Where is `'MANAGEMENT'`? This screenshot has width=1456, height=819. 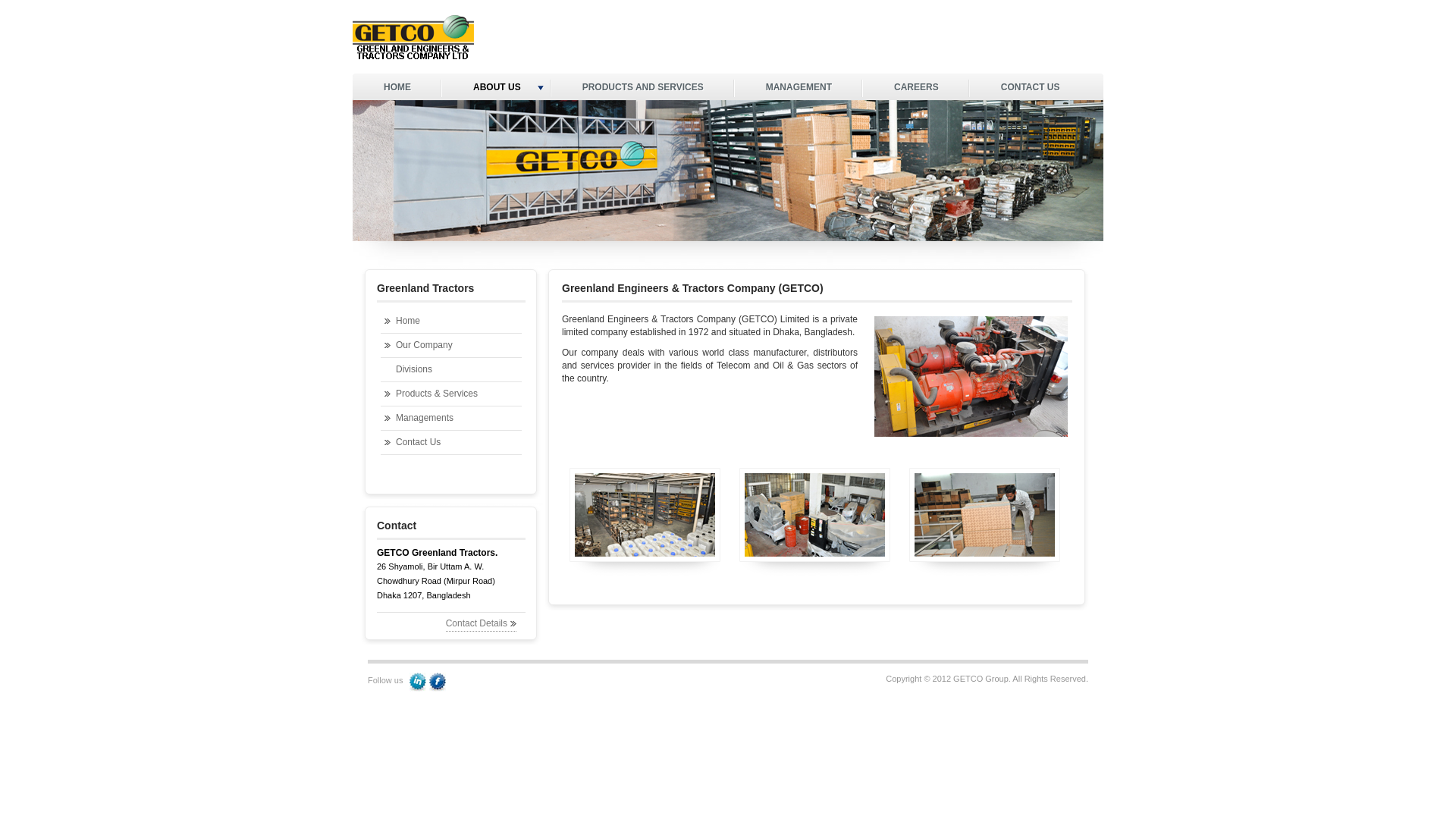
'MANAGEMENT' is located at coordinates (798, 88).